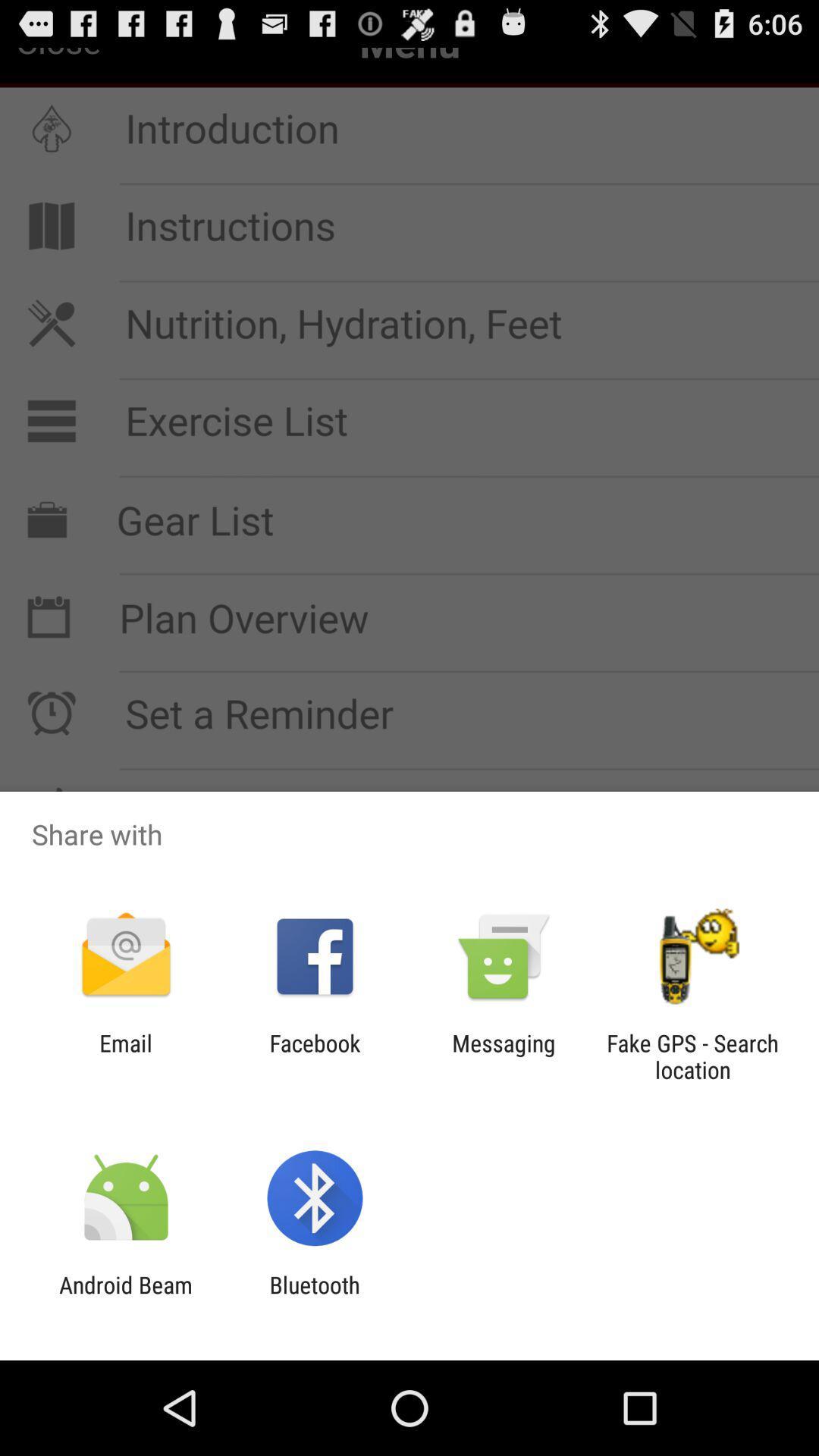 This screenshot has width=819, height=1456. Describe the element at coordinates (314, 1056) in the screenshot. I see `facebook item` at that location.